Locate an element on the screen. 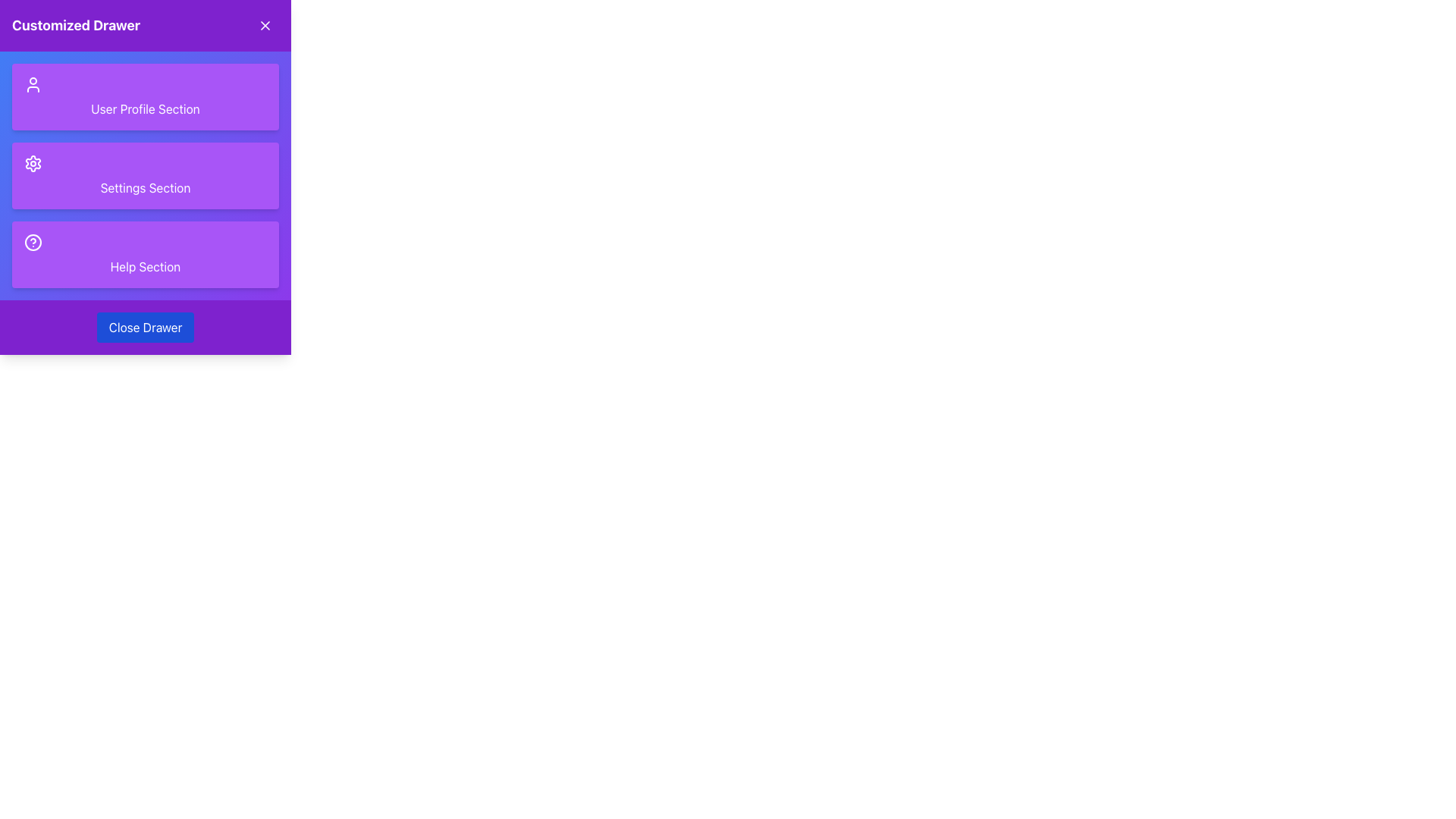 The width and height of the screenshot is (1456, 819). the configuration settings icon located at the top-left corner of the 'Settings Section' button is located at coordinates (33, 164).